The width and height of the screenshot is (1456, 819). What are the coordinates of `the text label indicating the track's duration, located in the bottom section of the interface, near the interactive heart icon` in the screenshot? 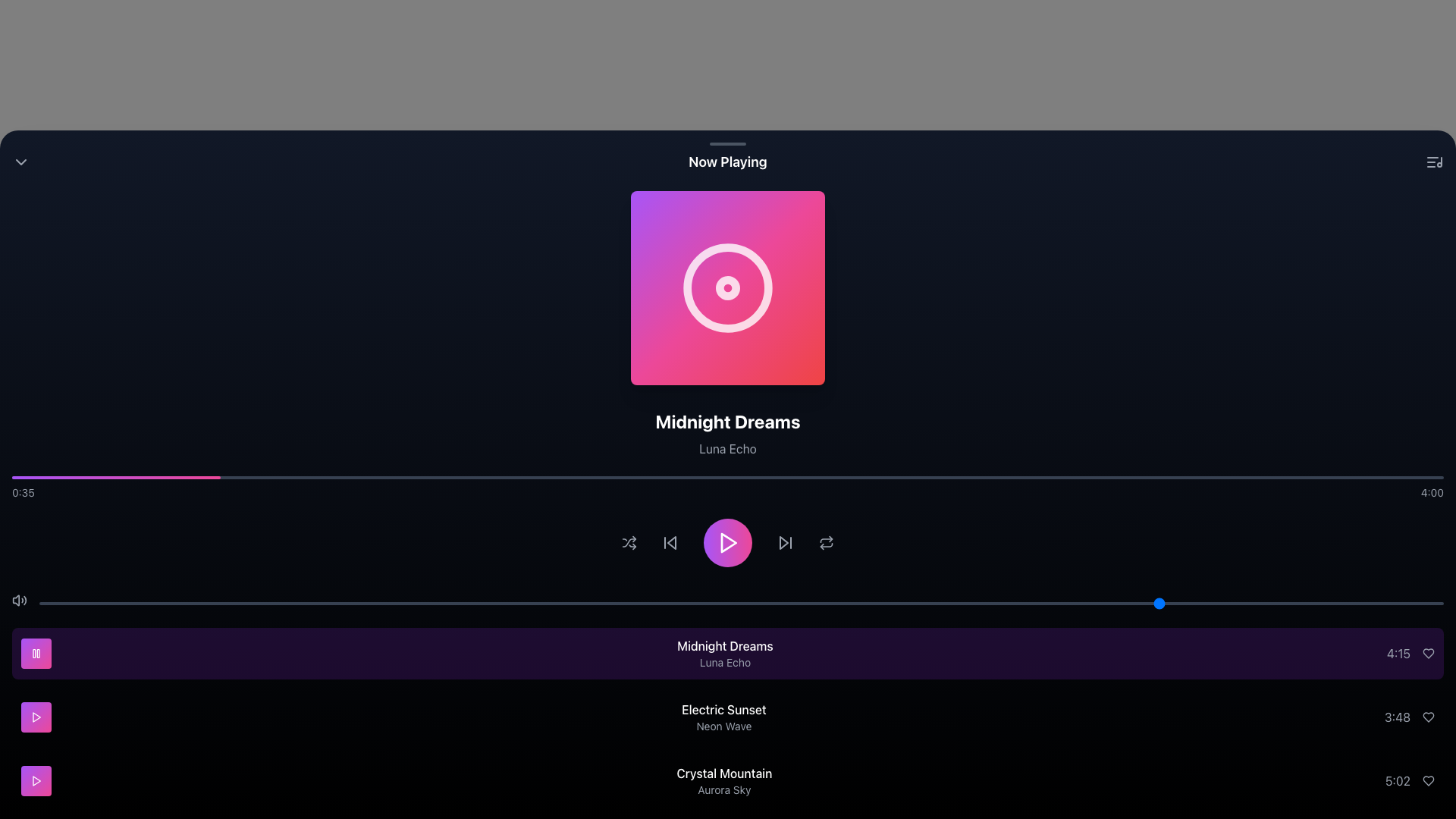 It's located at (1398, 652).